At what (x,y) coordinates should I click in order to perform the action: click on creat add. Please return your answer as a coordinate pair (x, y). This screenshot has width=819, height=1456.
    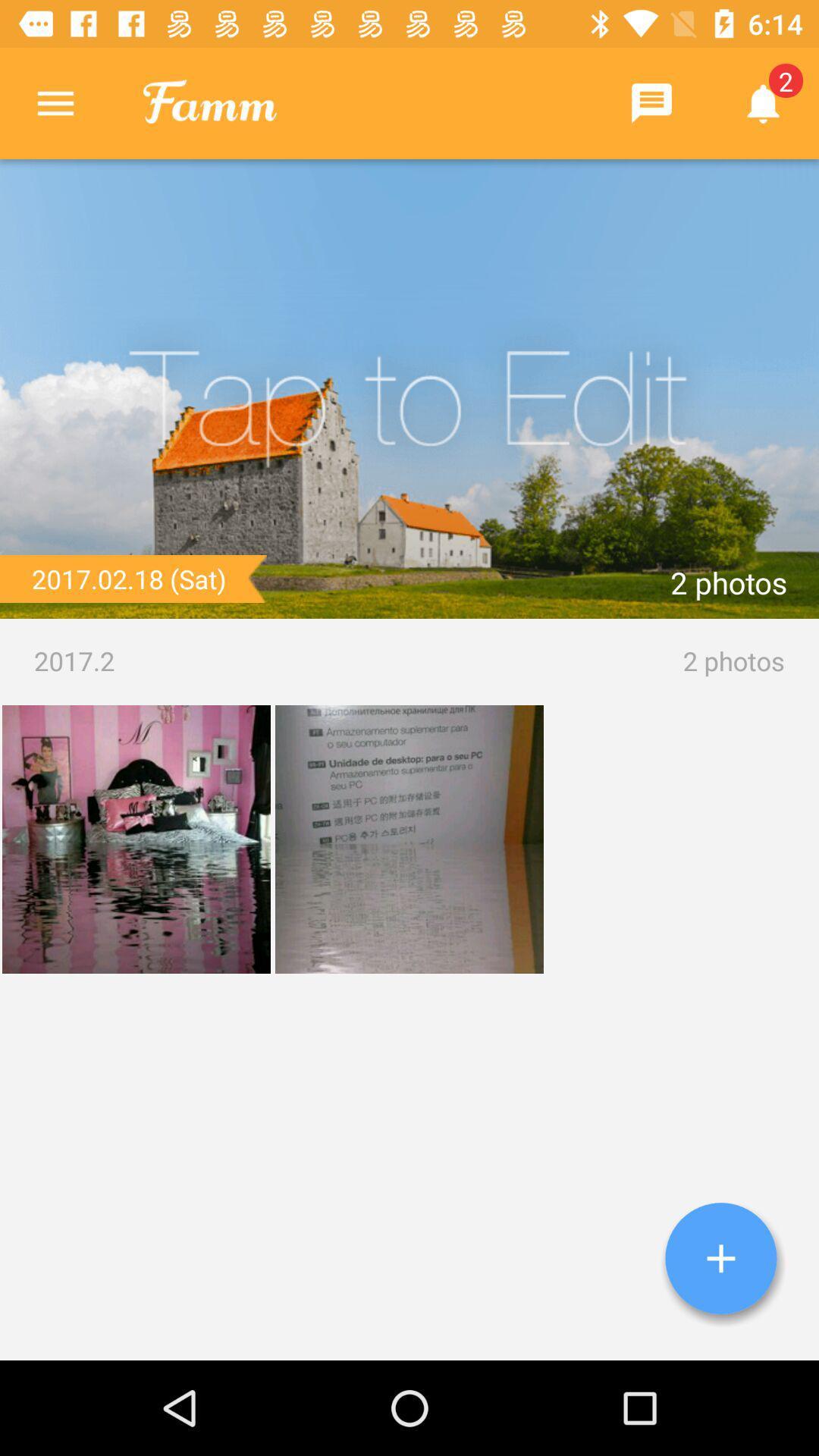
    Looking at the image, I should click on (720, 1258).